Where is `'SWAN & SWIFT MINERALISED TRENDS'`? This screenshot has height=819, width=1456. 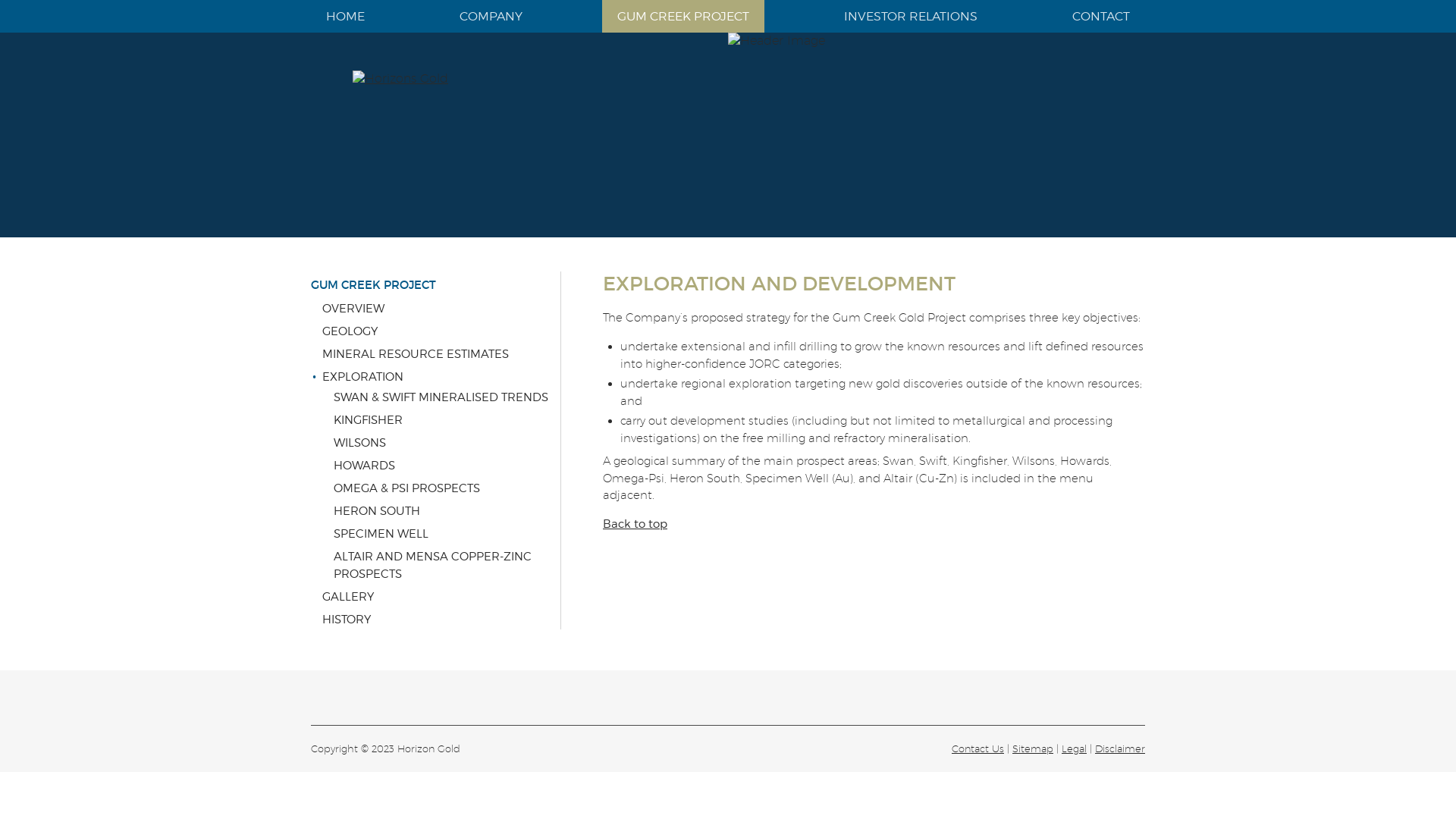
'SWAN & SWIFT MINERALISED TRENDS' is located at coordinates (446, 396).